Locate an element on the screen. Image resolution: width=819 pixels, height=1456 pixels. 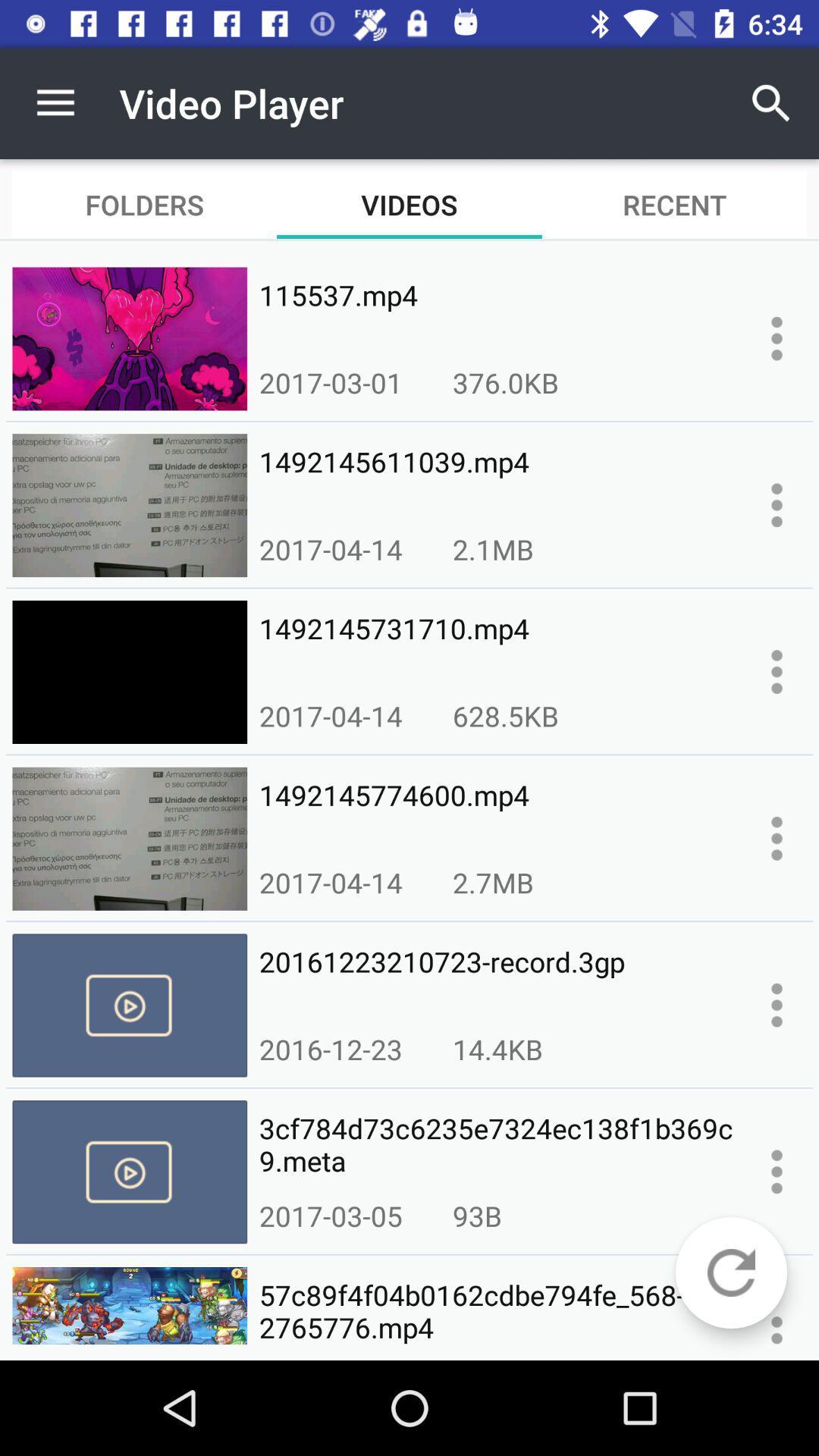
the 93b item is located at coordinates (476, 1216).